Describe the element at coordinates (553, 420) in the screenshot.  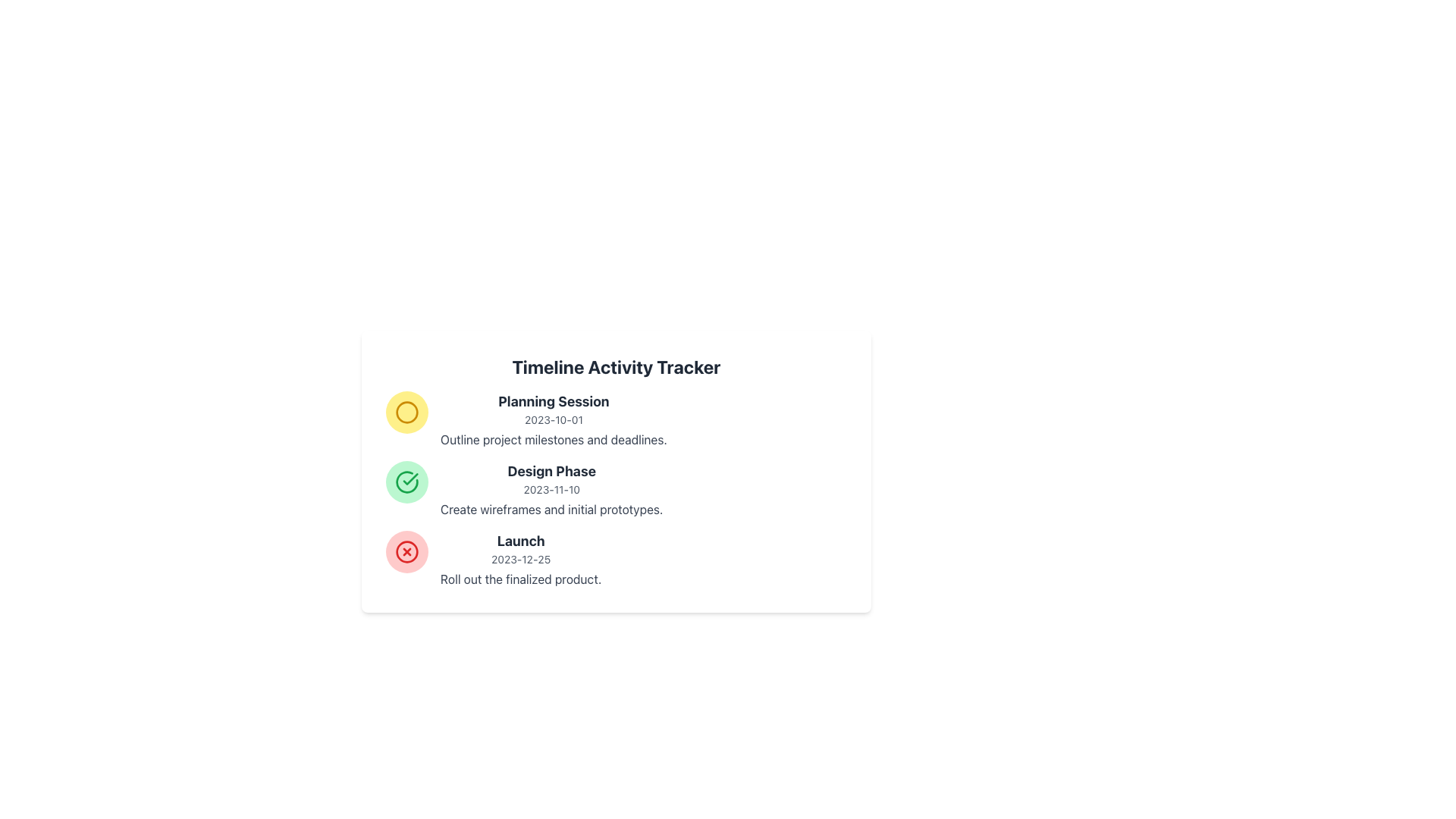
I see `displayed date from the Text Label that indicates the timeline for the 'Planning Session' task, which is located below the title and above the description` at that location.